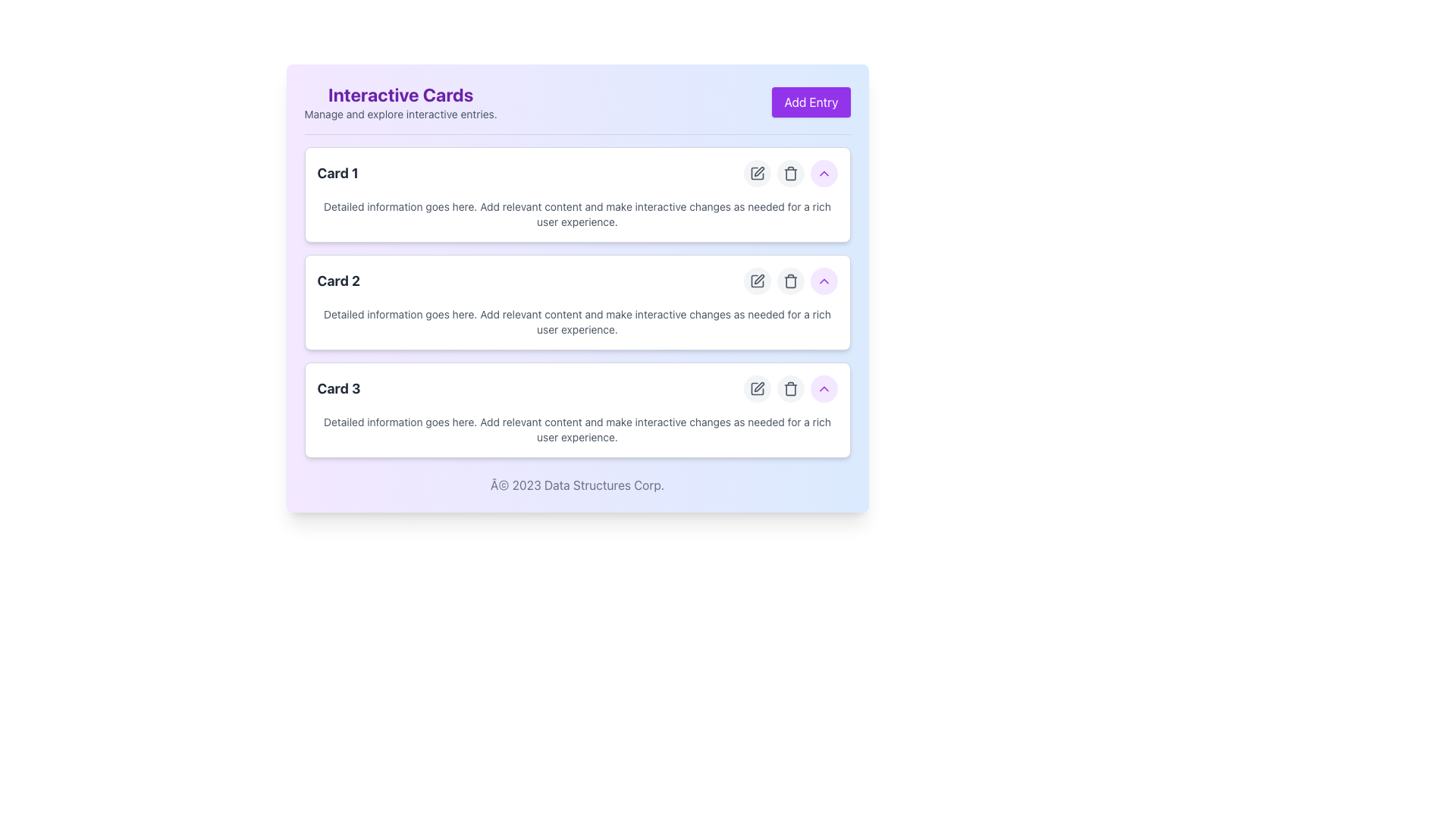 This screenshot has width=1456, height=819. What do you see at coordinates (337, 281) in the screenshot?
I see `text from the text label displaying 'Card 2', which is a bold, large font in dark gray color, positioned prominently against a lighter background in the second card component` at bounding box center [337, 281].